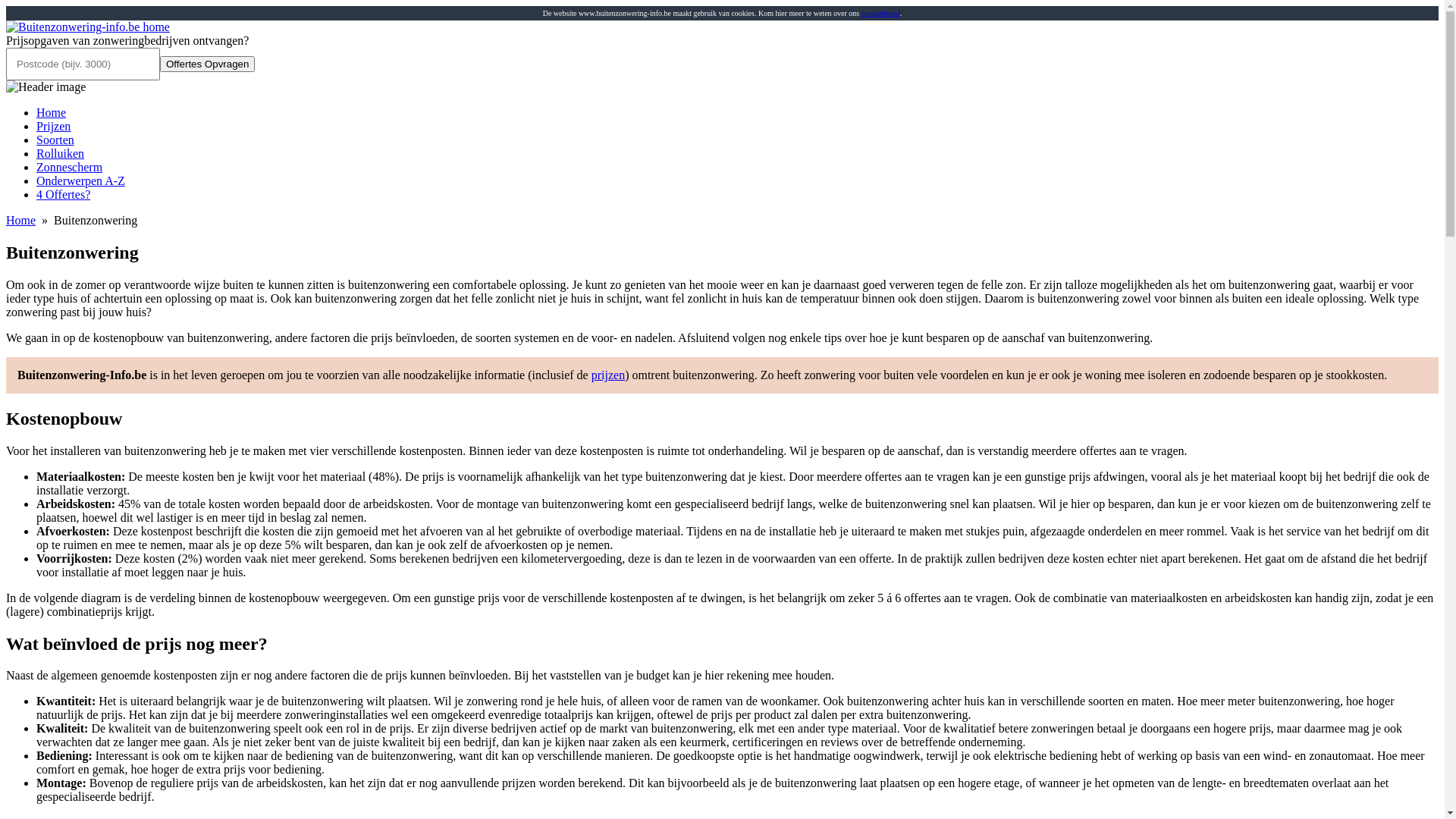 The width and height of the screenshot is (1456, 819). I want to click on 'Home', so click(51, 111).